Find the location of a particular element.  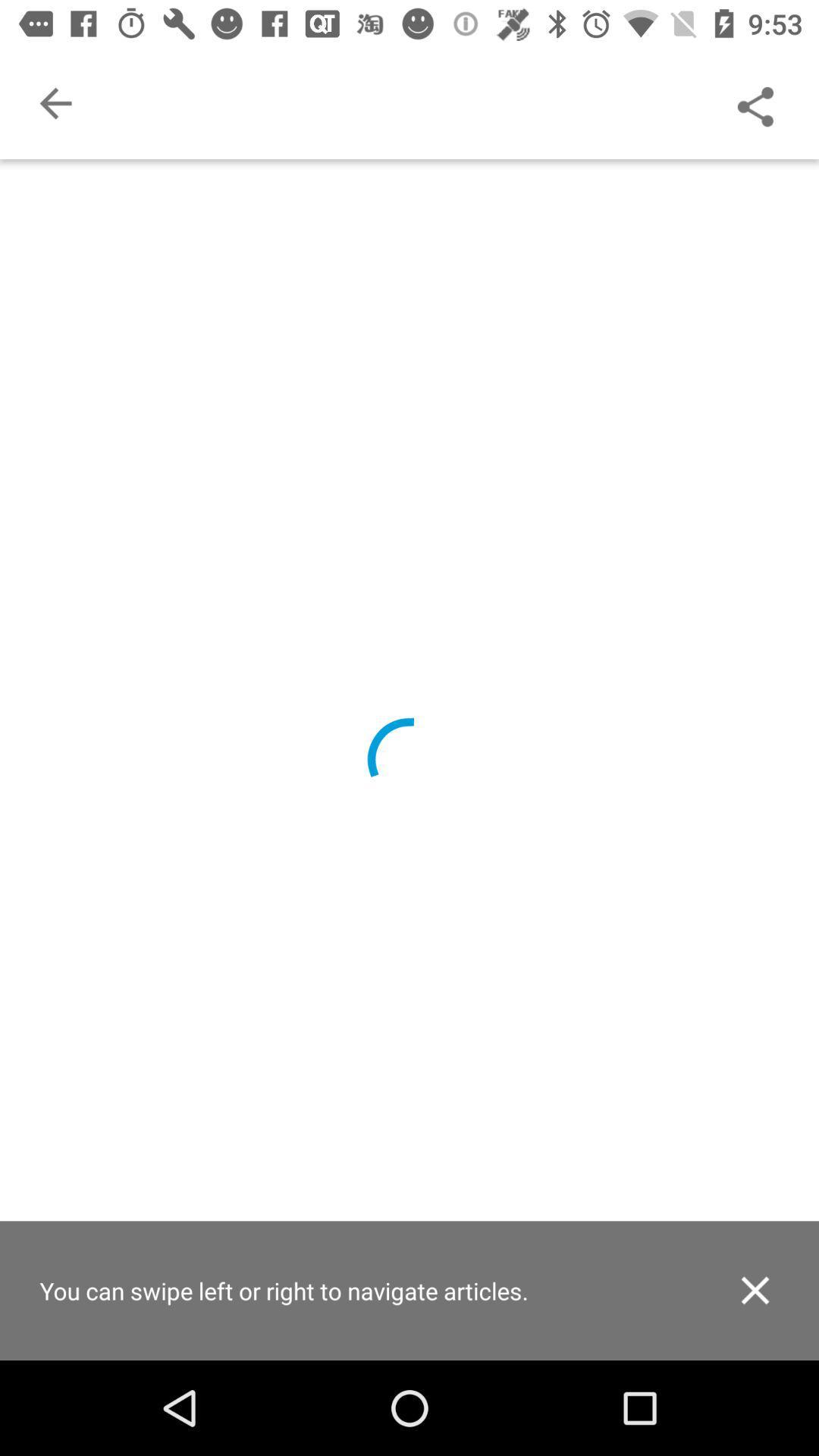

icon at the bottom right corner is located at coordinates (755, 1289).